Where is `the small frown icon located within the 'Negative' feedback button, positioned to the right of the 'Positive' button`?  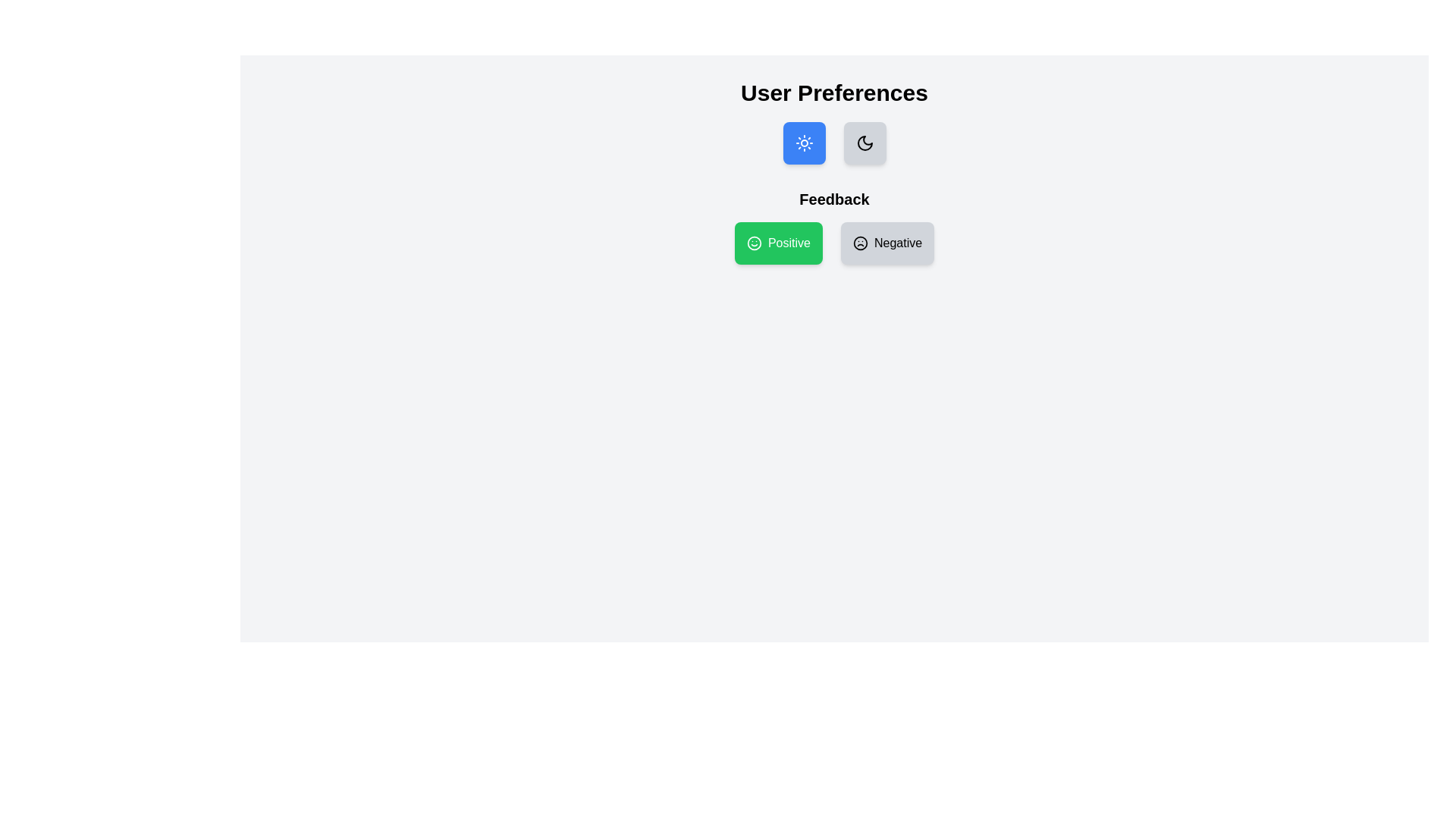
the small frown icon located within the 'Negative' feedback button, positioned to the right of the 'Positive' button is located at coordinates (860, 242).